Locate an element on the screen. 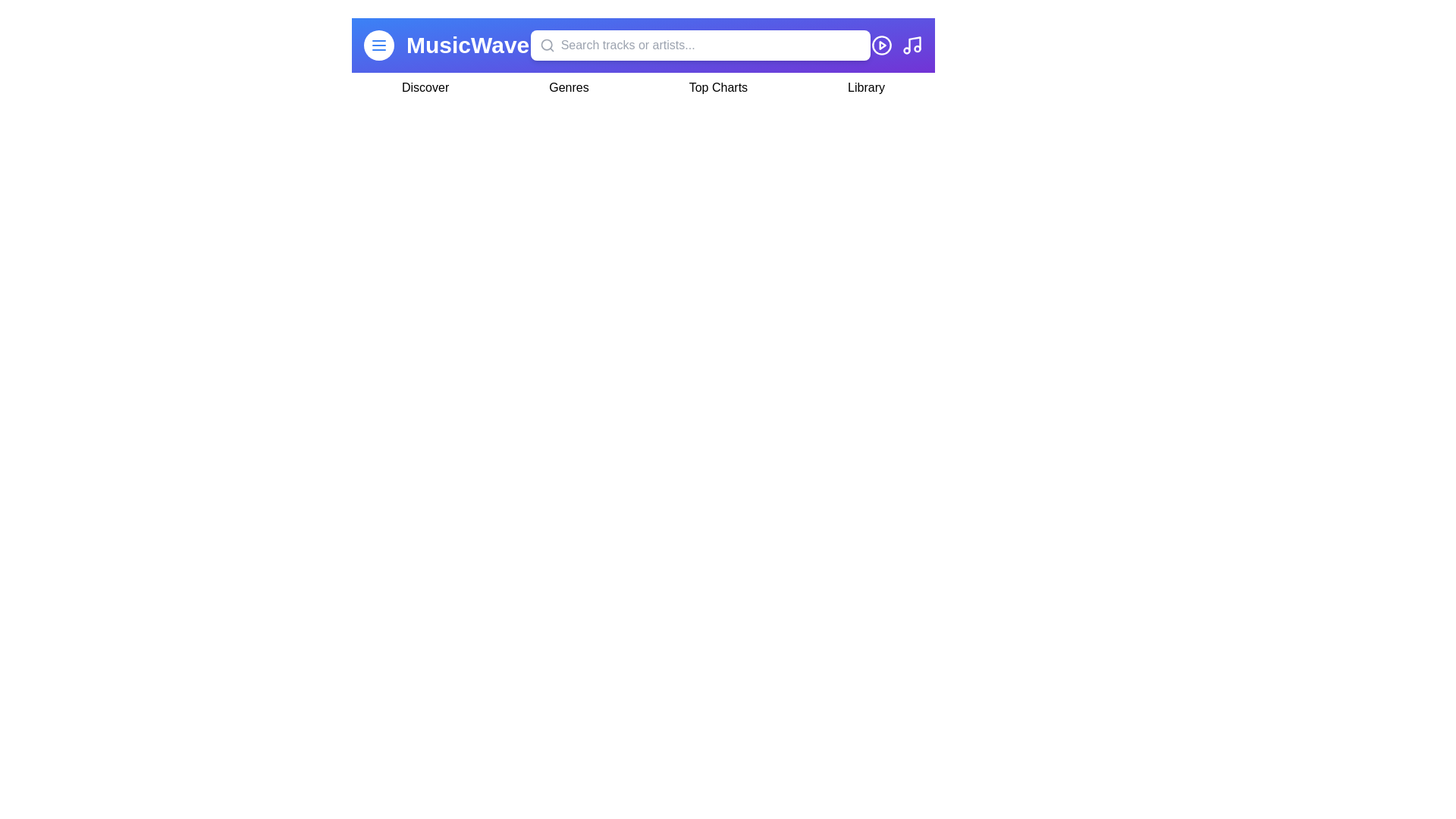  the menu icon button to toggle the menu visibility is located at coordinates (378, 45).